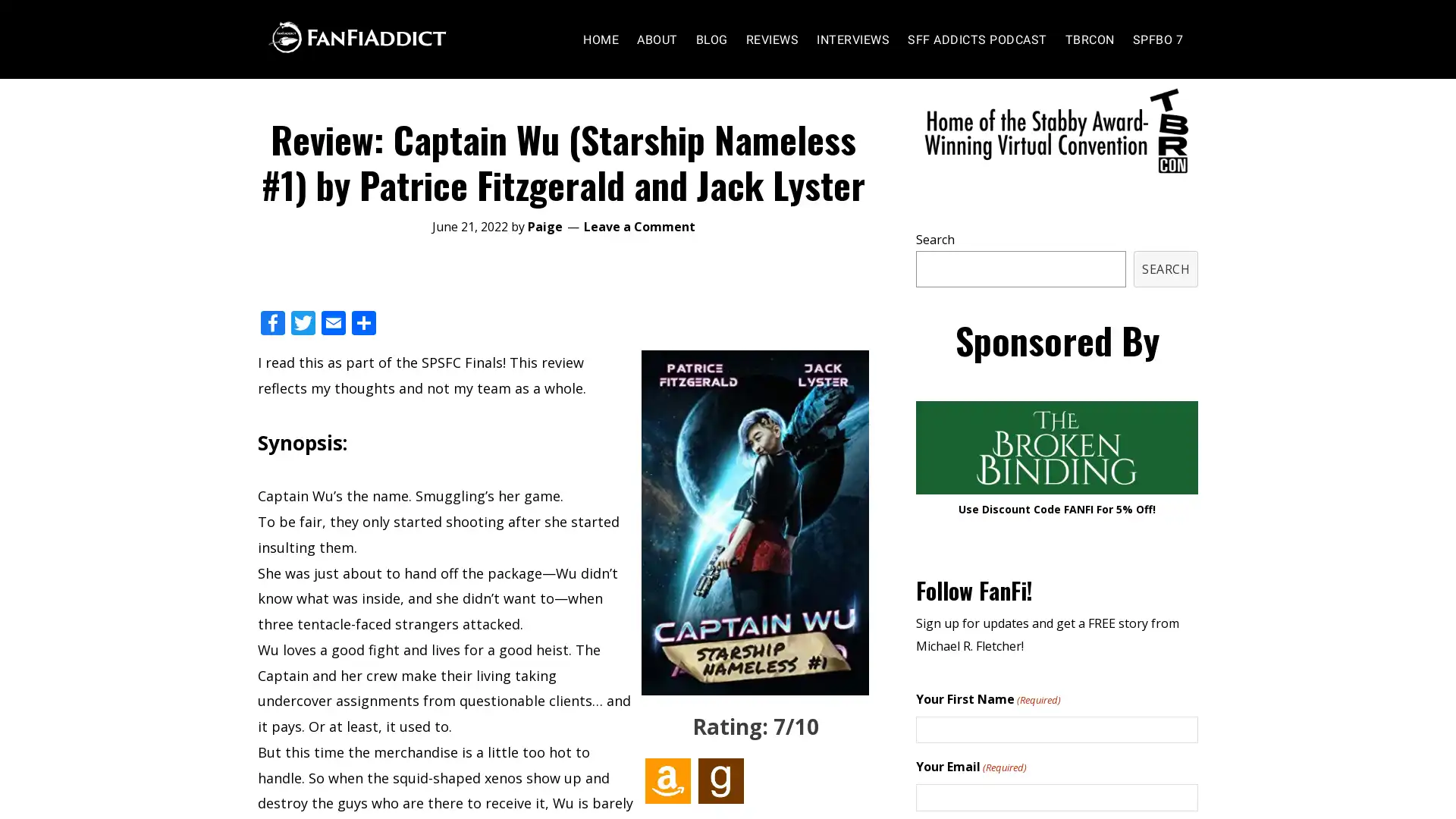  What do you see at coordinates (1165, 298) in the screenshot?
I see `SEARCH` at bounding box center [1165, 298].